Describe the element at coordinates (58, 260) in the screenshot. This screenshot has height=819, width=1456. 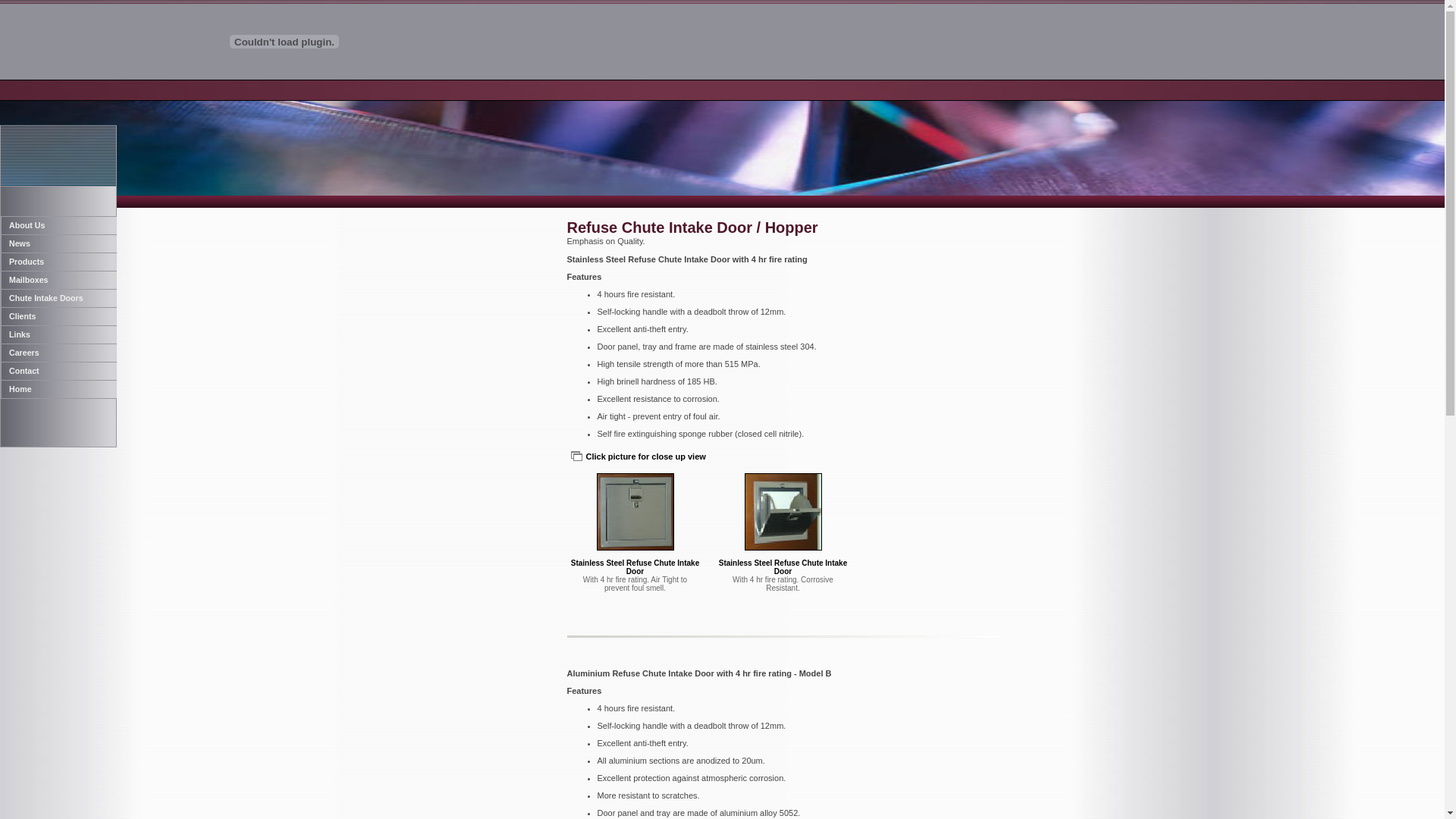
I see `'Products'` at that location.